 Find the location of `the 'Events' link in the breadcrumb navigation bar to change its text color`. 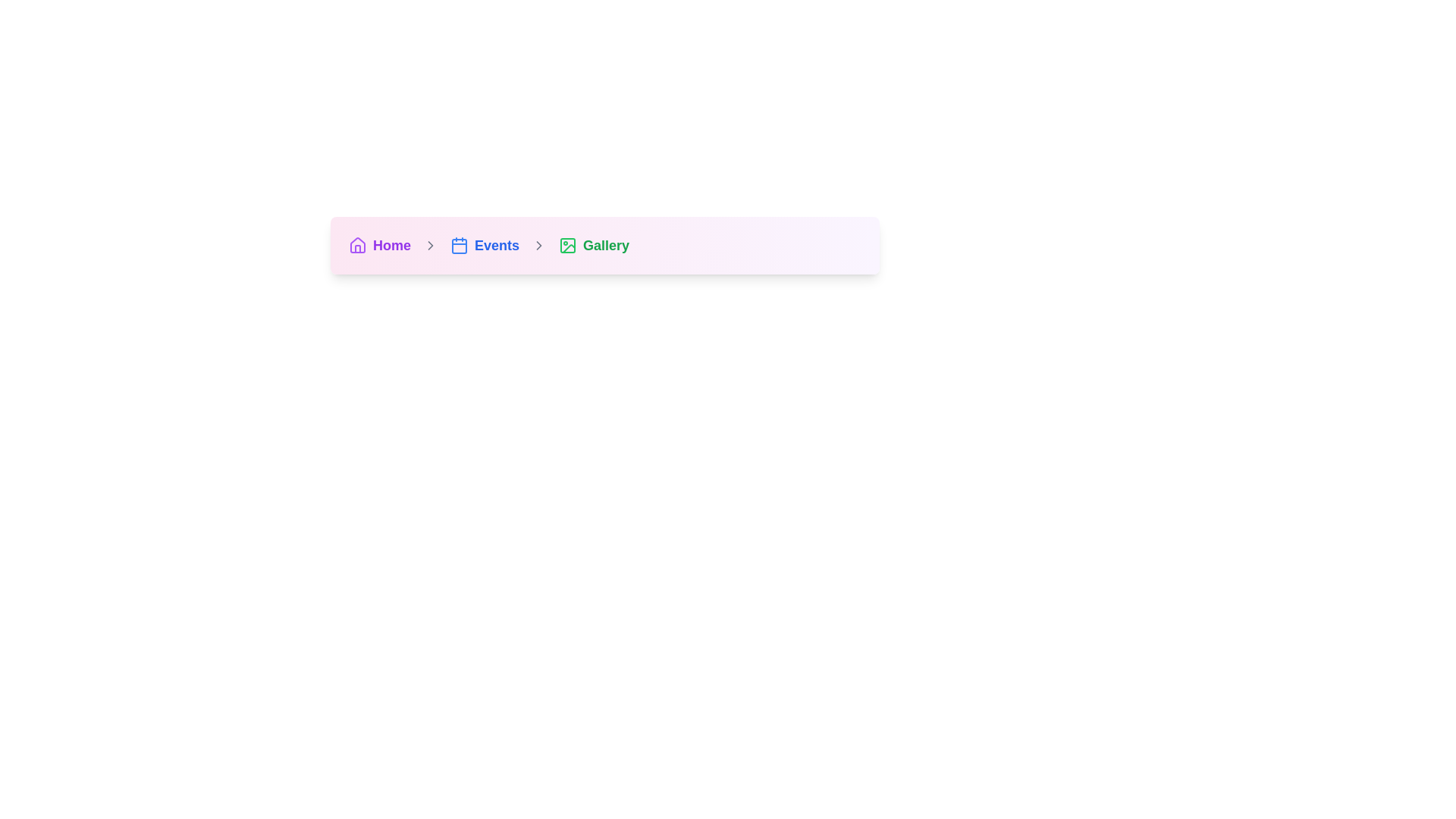

the 'Events' link in the breadcrumb navigation bar to change its text color is located at coordinates (497, 245).